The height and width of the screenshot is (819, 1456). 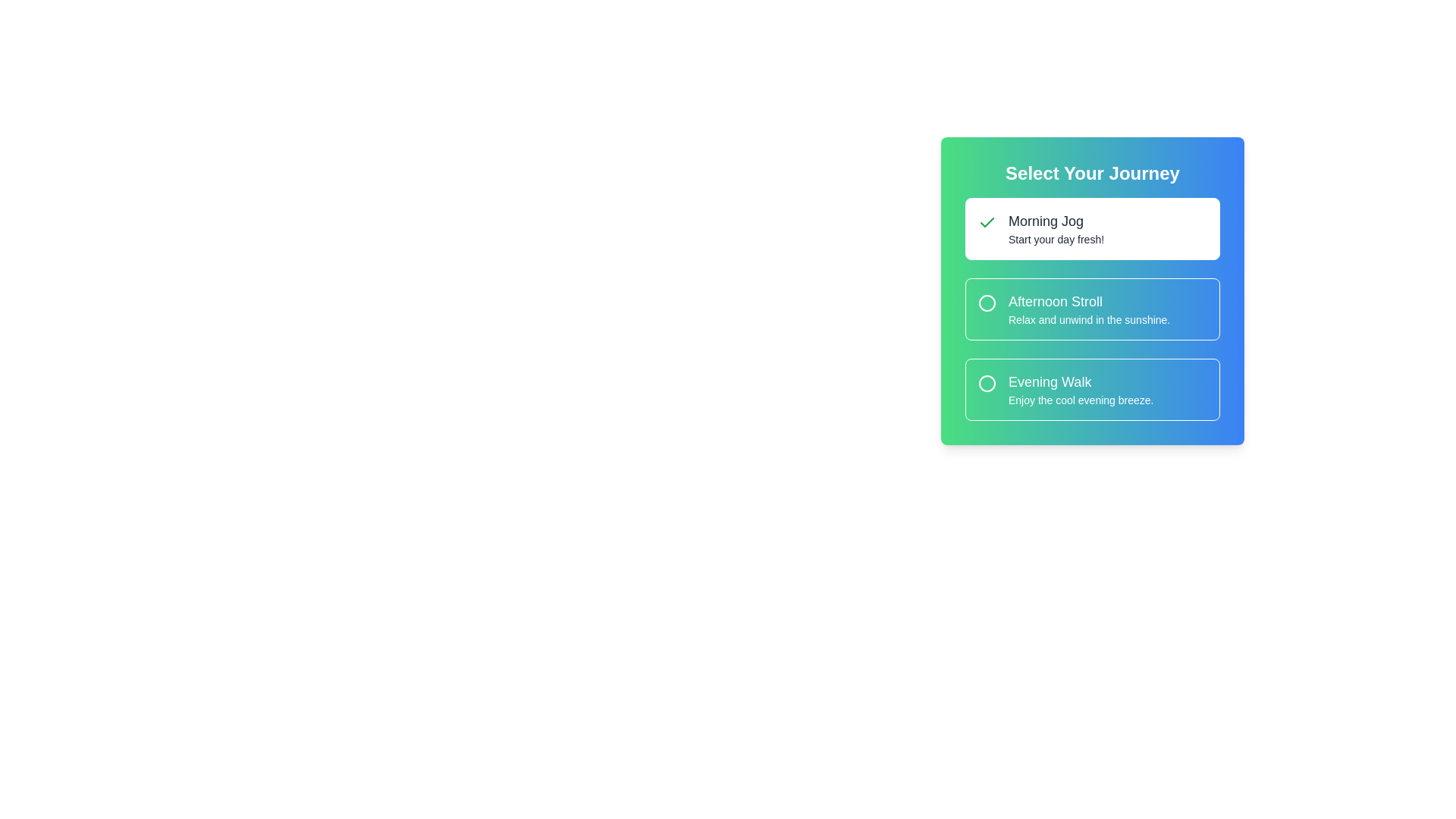 What do you see at coordinates (1092, 228) in the screenshot?
I see `the first interactive list option titled 'Morning Jog'` at bounding box center [1092, 228].